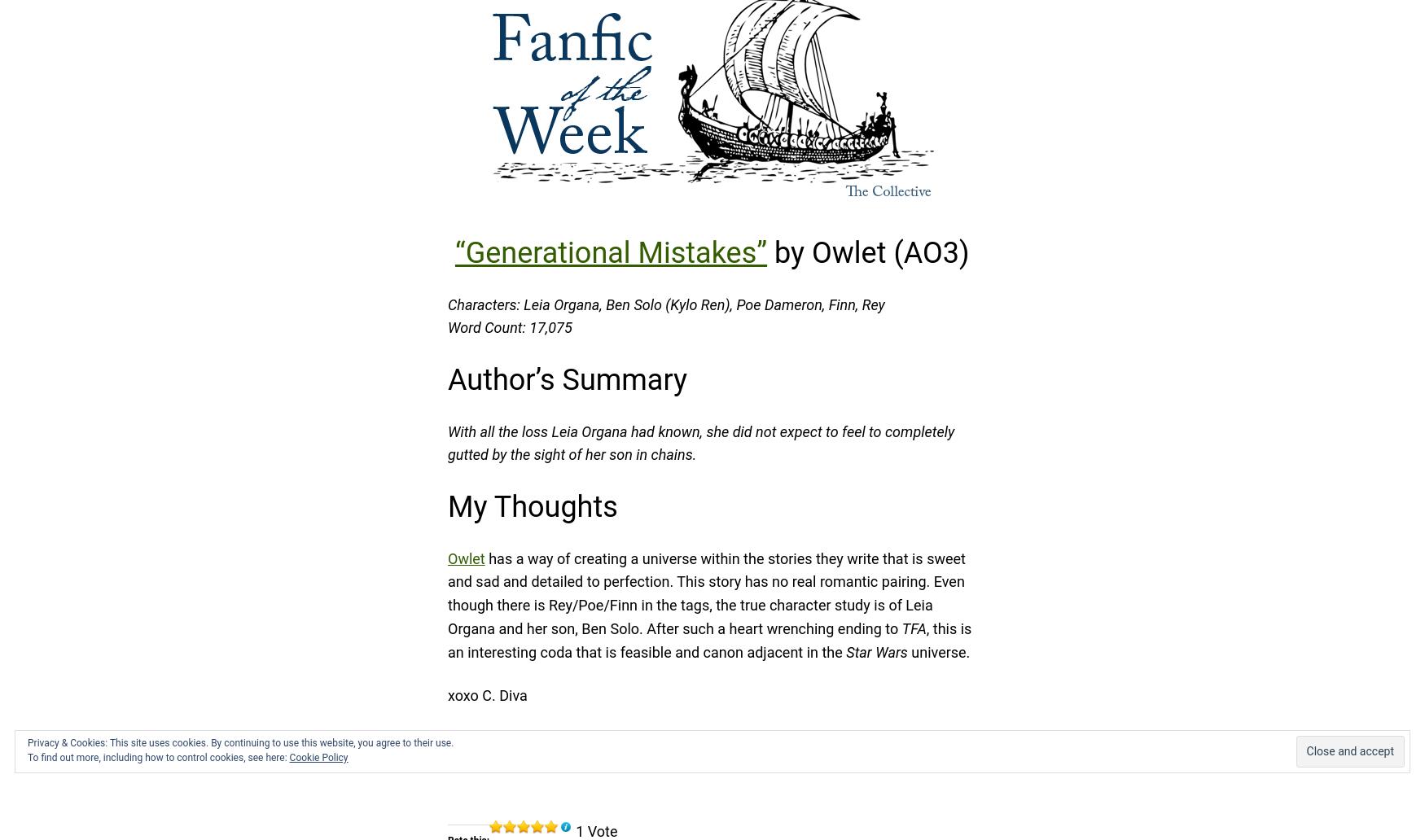 This screenshot has width=1425, height=840. Describe the element at coordinates (876, 651) in the screenshot. I see `'Star Wars'` at that location.